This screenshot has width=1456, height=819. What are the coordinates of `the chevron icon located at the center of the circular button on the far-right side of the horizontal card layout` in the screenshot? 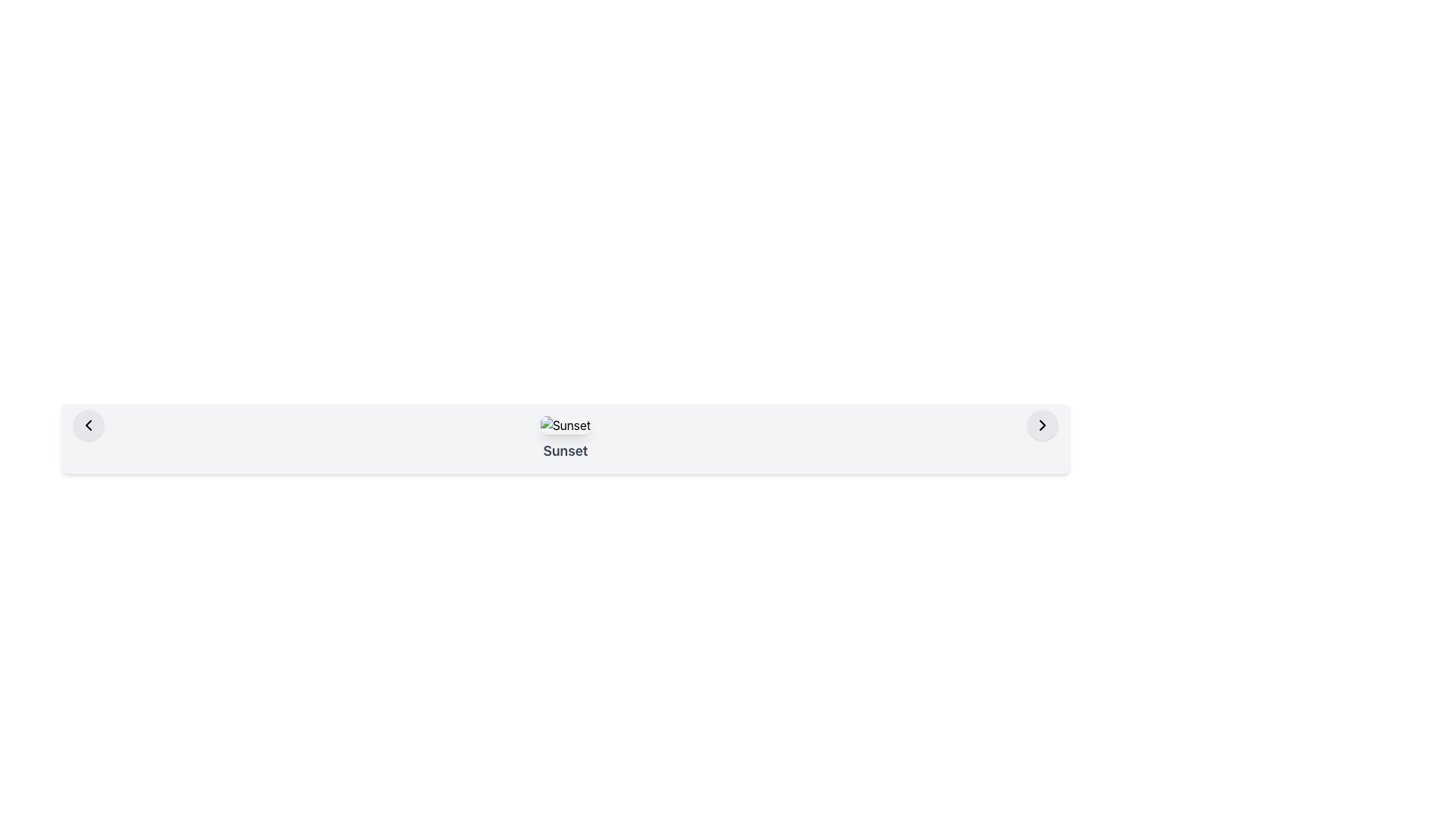 It's located at (1041, 425).